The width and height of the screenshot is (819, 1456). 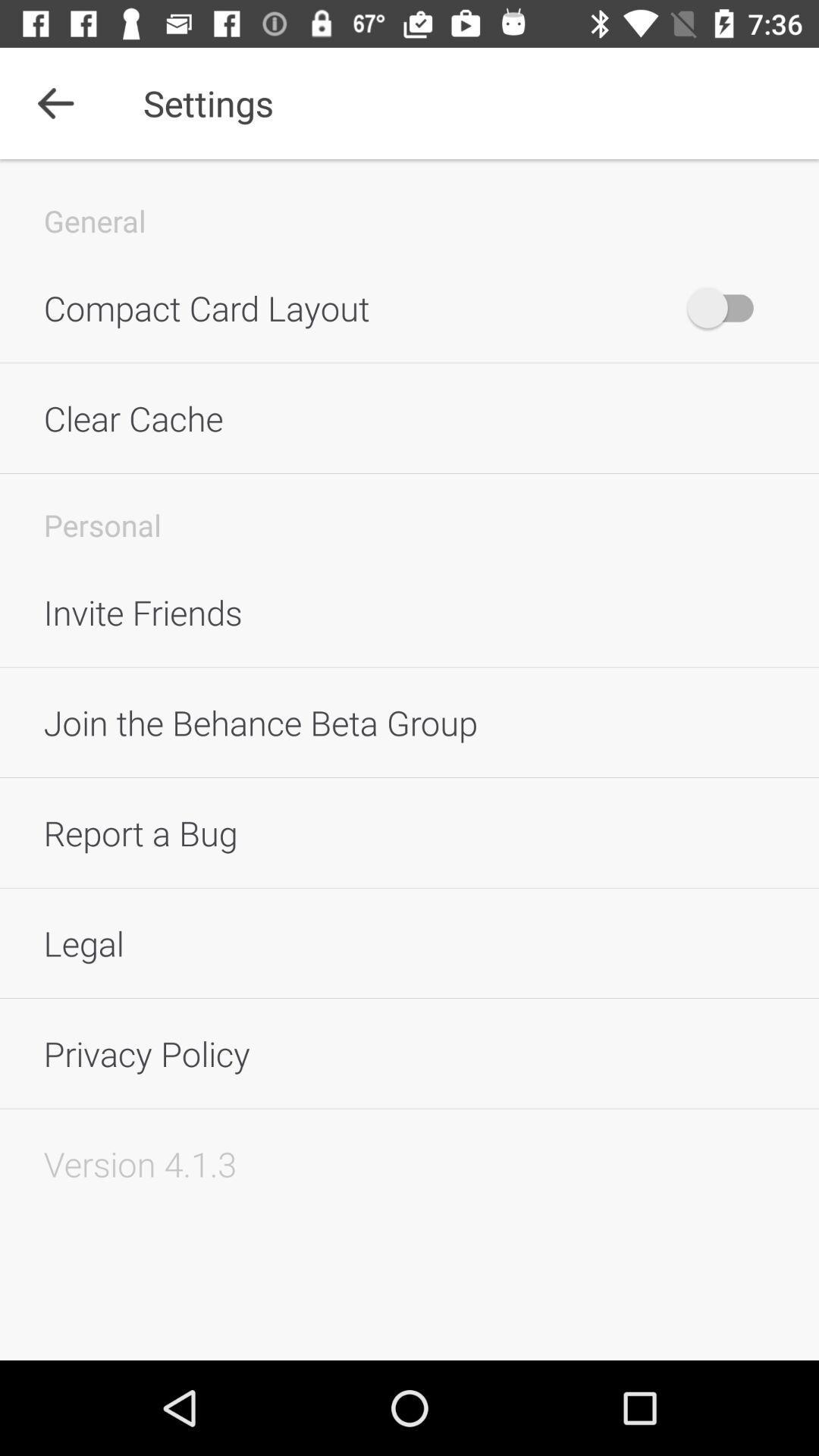 What do you see at coordinates (727, 307) in the screenshot?
I see `compact card layout` at bounding box center [727, 307].